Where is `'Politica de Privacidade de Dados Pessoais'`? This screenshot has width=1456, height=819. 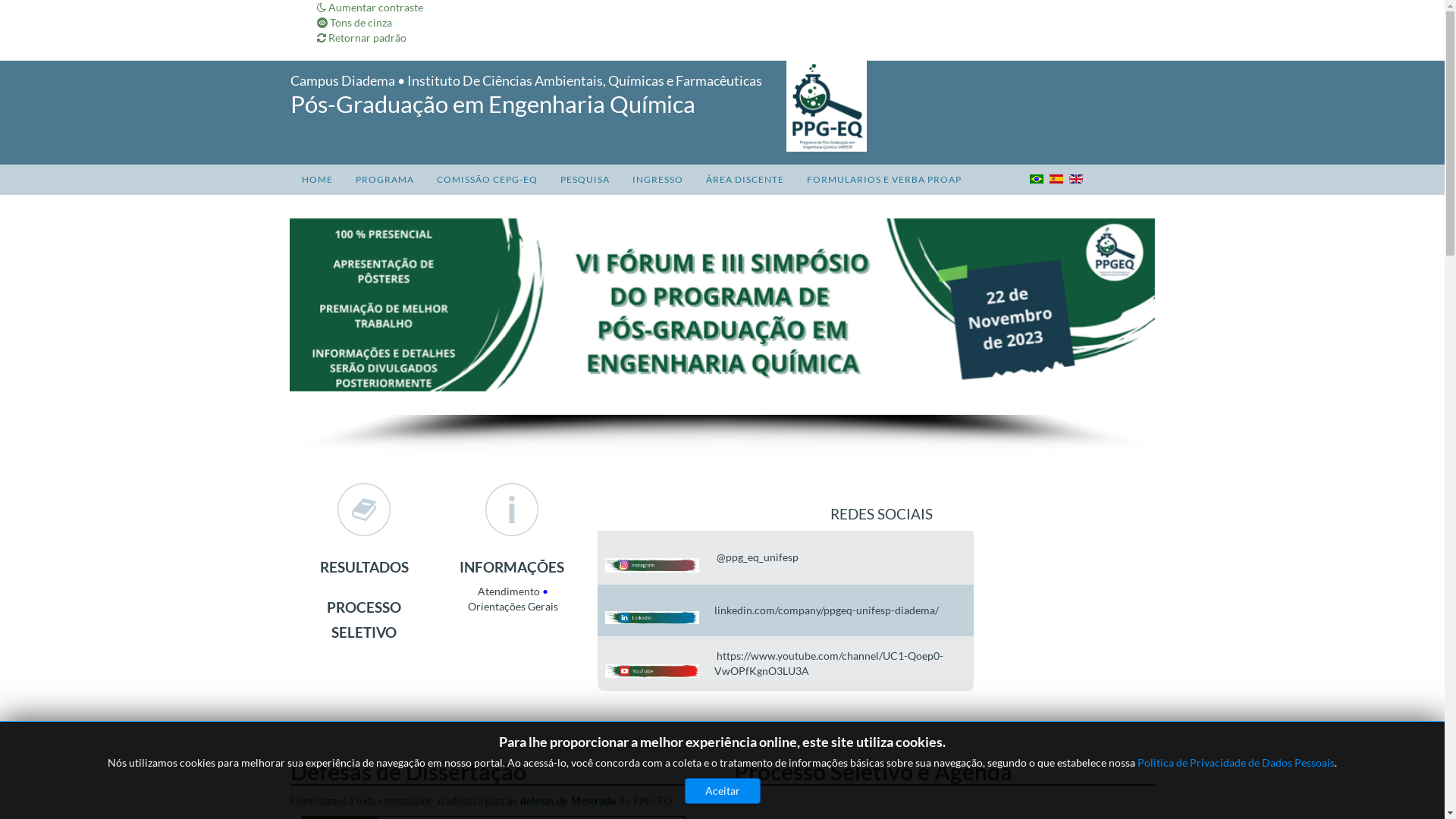 'Politica de Privacidade de Dados Pessoais' is located at coordinates (1236, 762).